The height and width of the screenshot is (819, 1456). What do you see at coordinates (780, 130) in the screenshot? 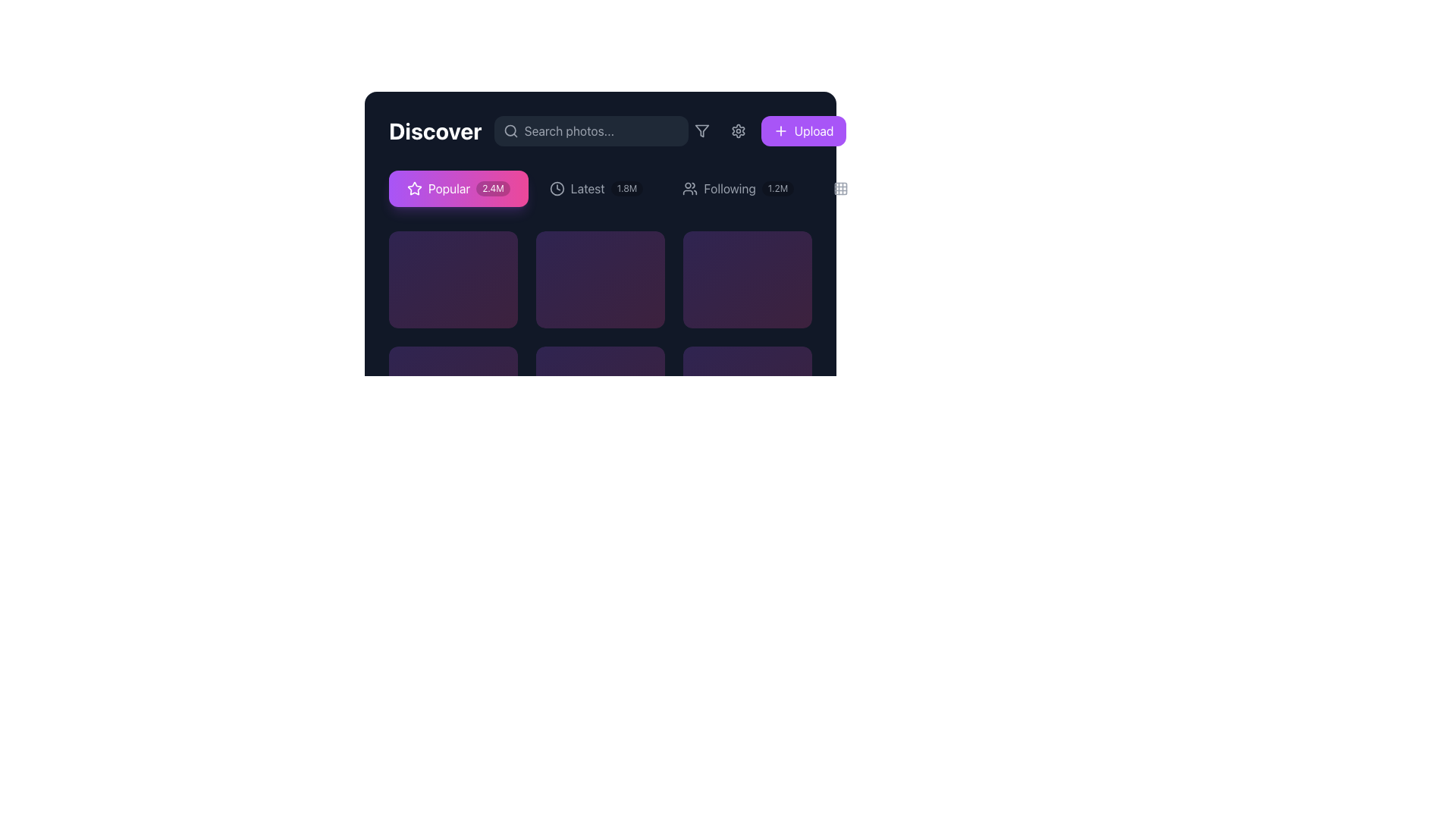
I see `the upload icon located at the center of the purple 'Upload' button` at bounding box center [780, 130].